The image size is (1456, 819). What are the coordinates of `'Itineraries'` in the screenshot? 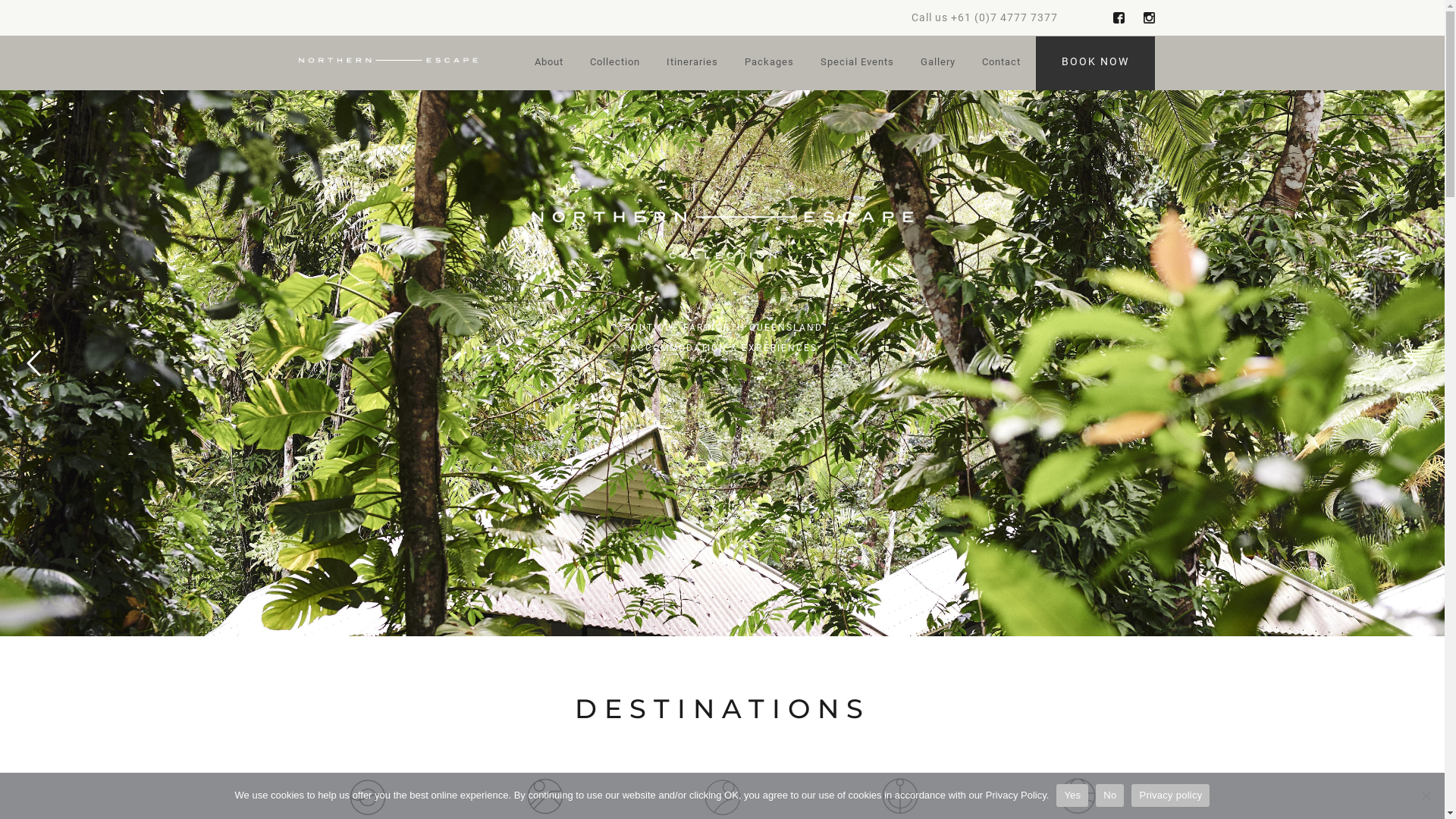 It's located at (691, 63).